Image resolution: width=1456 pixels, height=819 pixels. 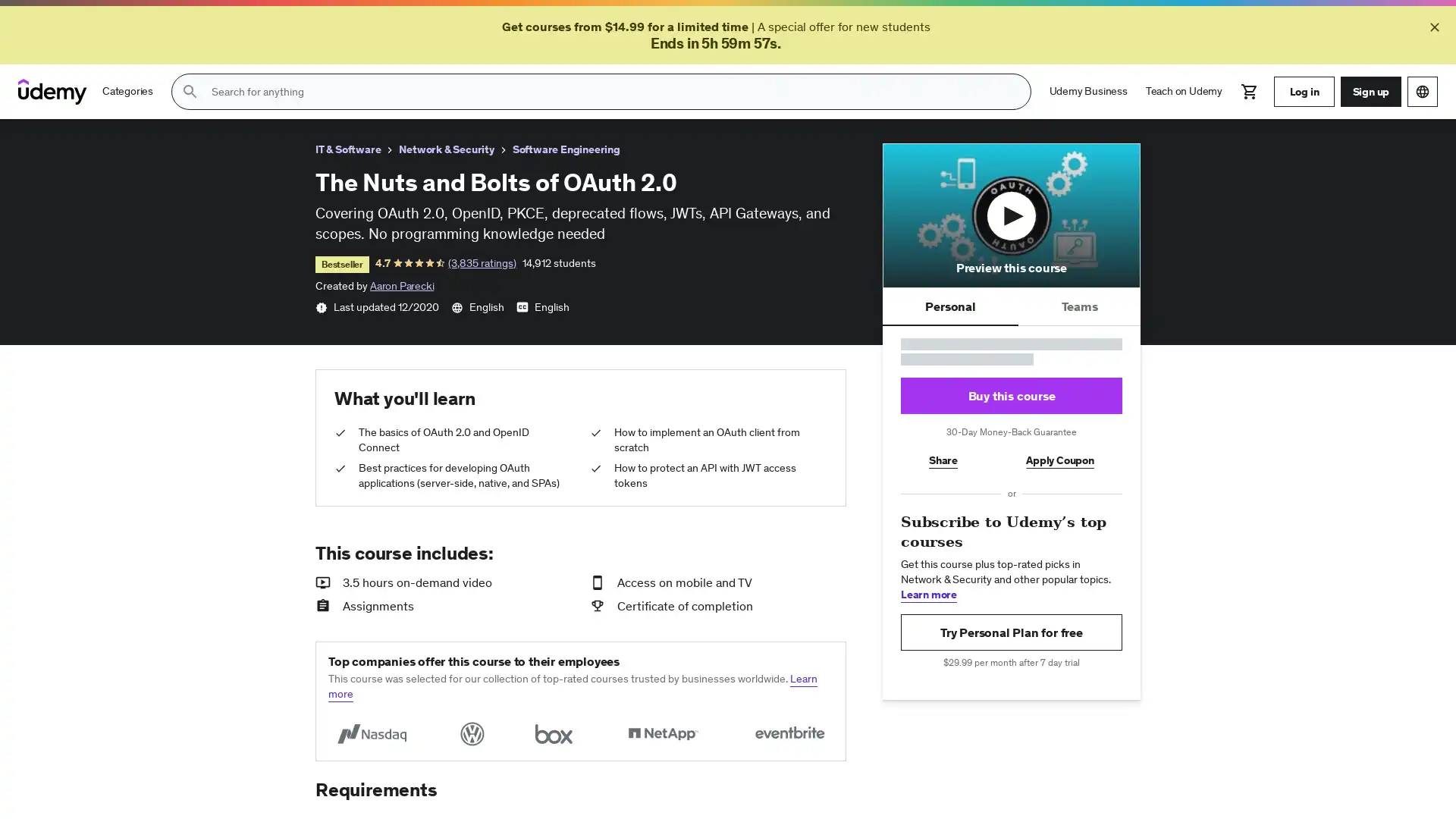 I want to click on Choose a language, so click(x=1422, y=91).